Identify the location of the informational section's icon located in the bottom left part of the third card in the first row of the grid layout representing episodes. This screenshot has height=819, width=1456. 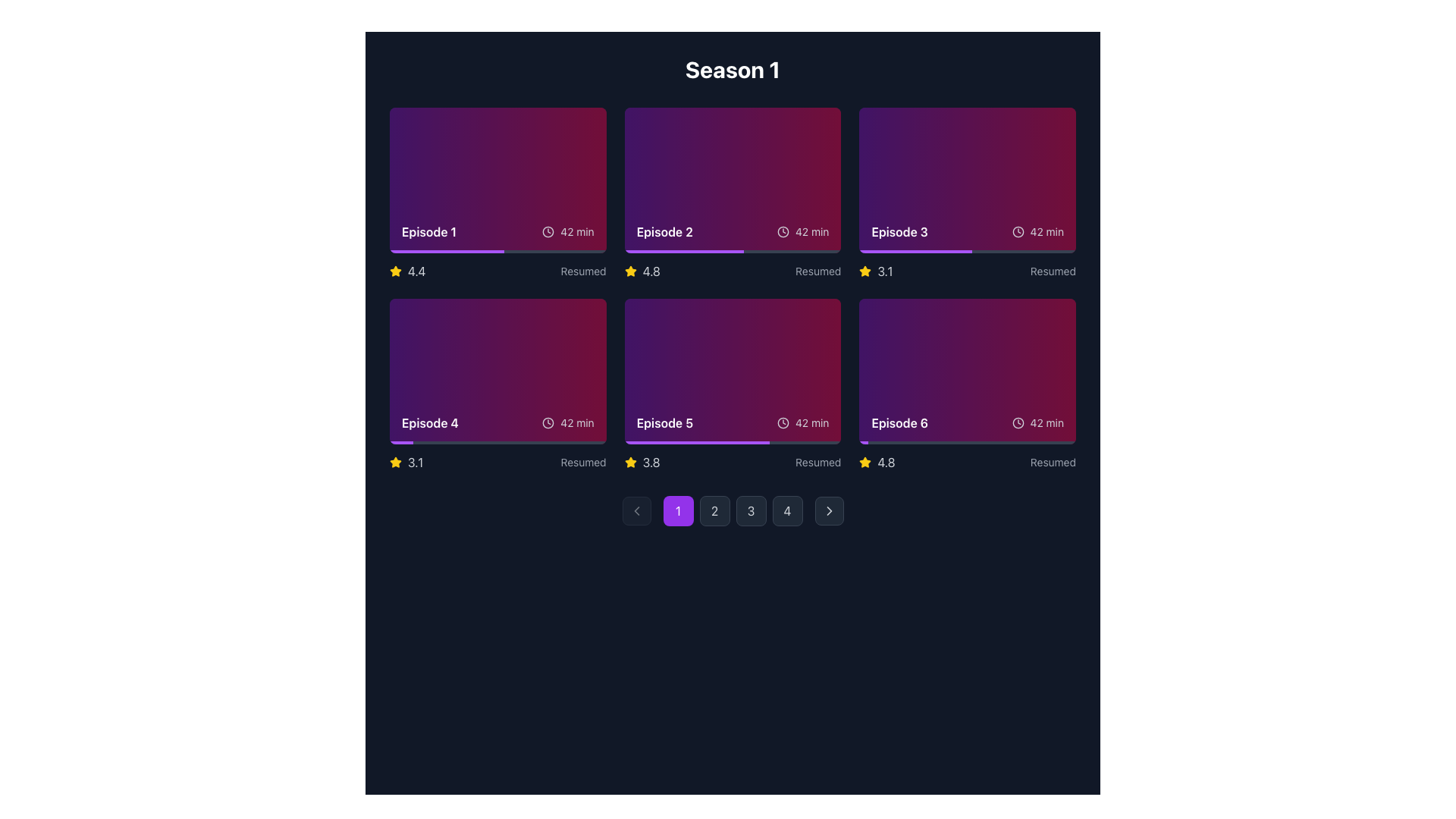
(967, 231).